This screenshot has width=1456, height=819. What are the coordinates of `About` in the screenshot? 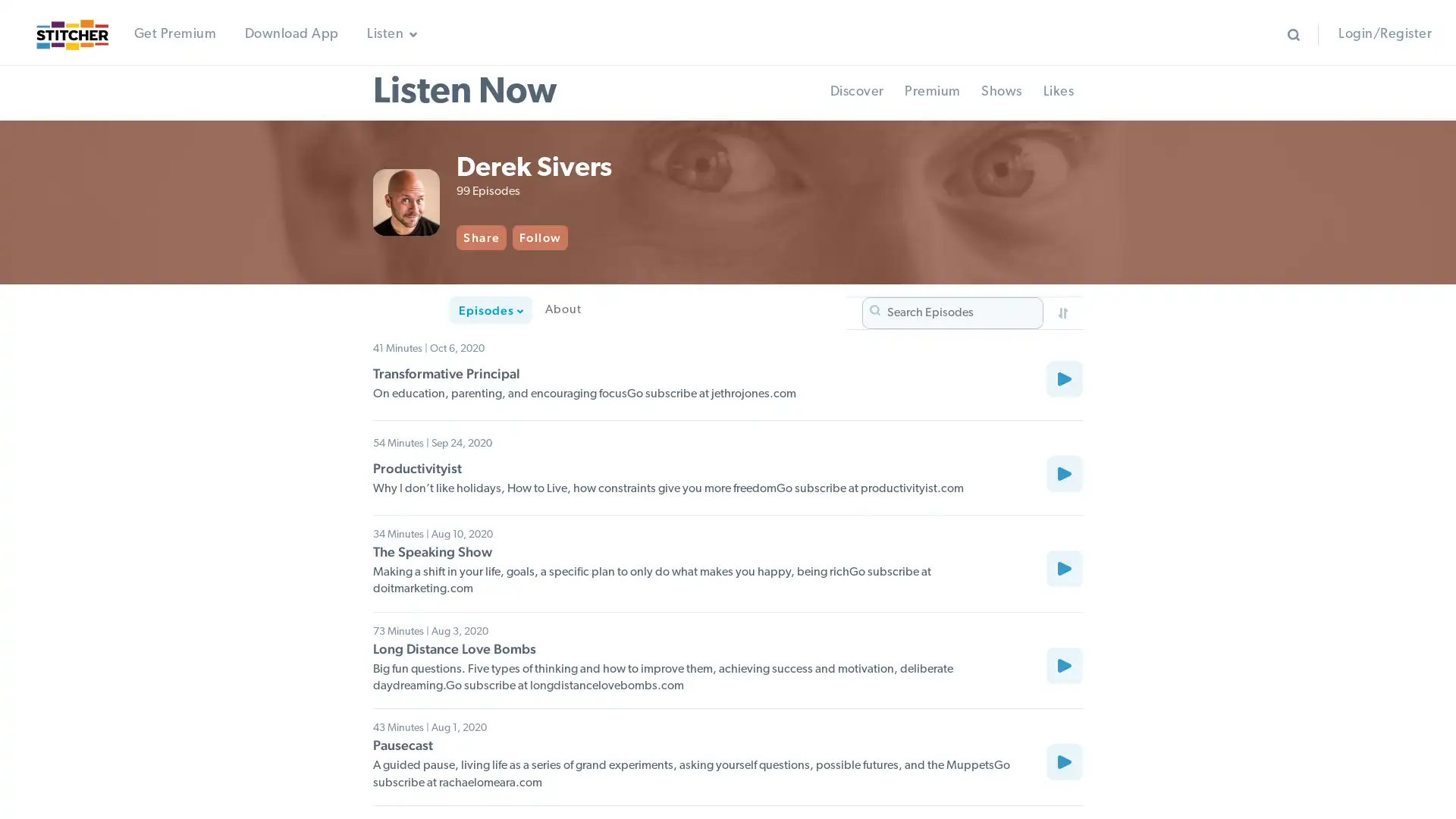 It's located at (487, 315).